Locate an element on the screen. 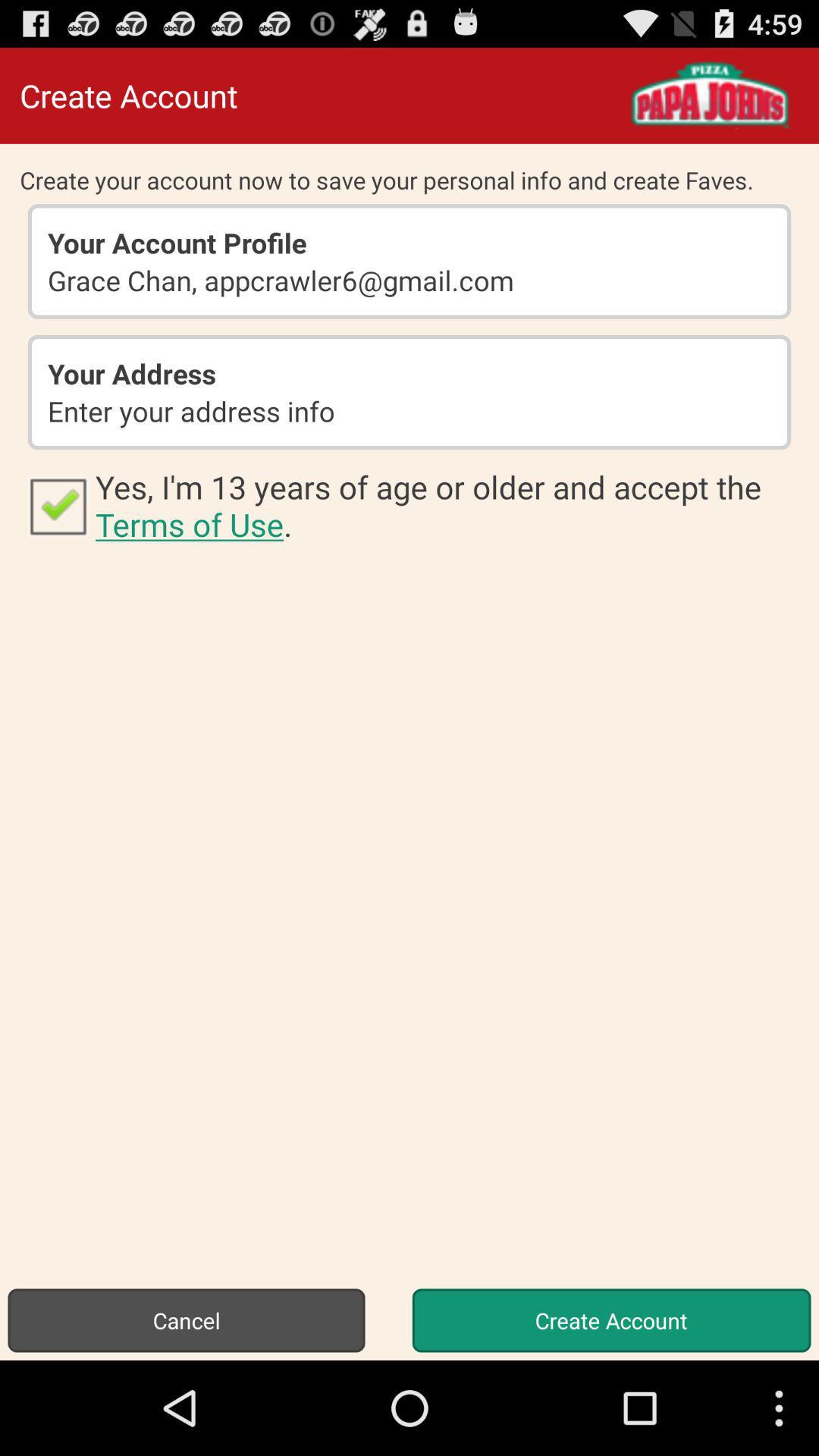 This screenshot has height=1456, width=819. the icon at the center is located at coordinates (446, 505).